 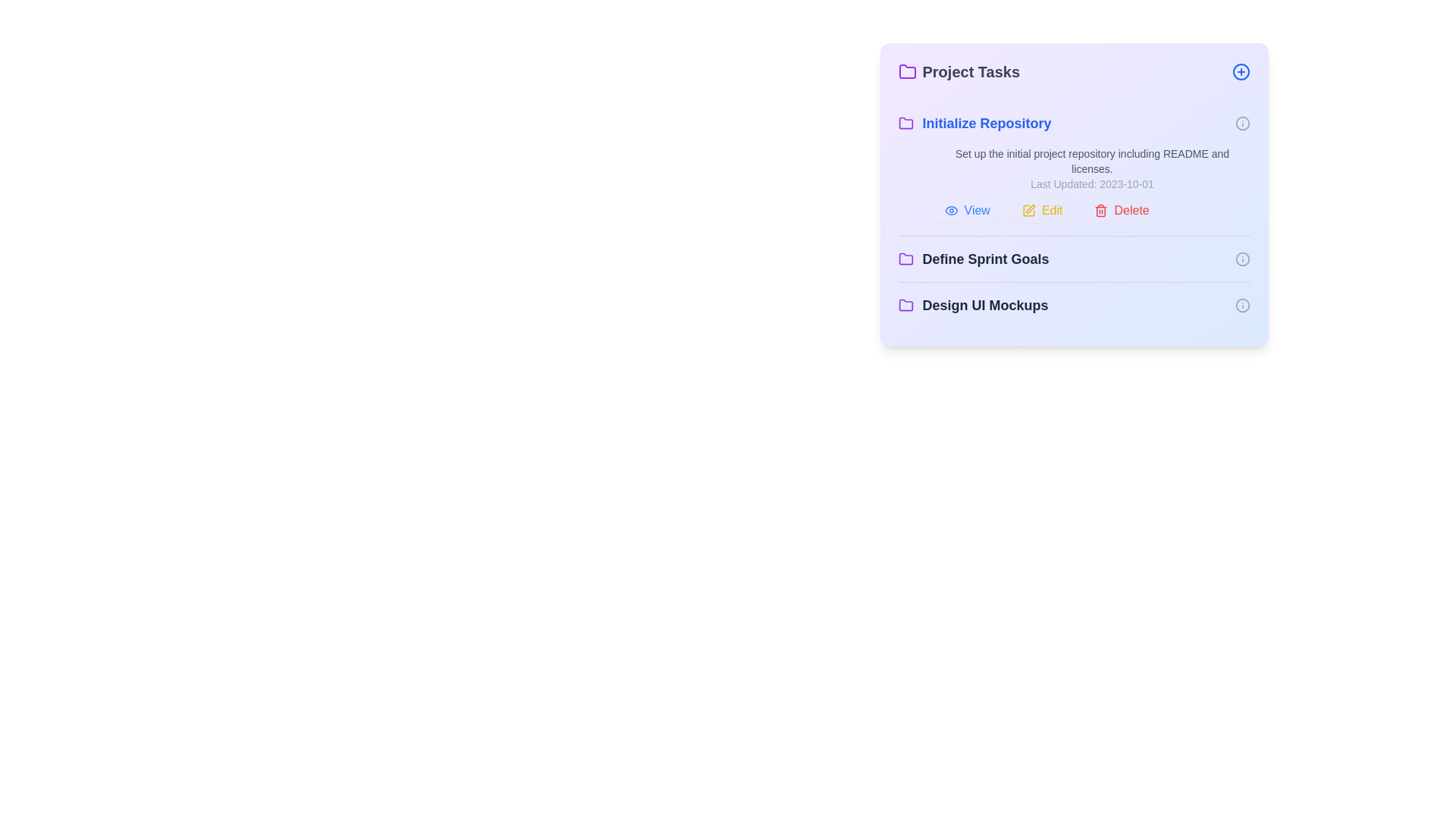 I want to click on the 'Design UI Mockups' task item in the Project Task section, so click(x=973, y=305).